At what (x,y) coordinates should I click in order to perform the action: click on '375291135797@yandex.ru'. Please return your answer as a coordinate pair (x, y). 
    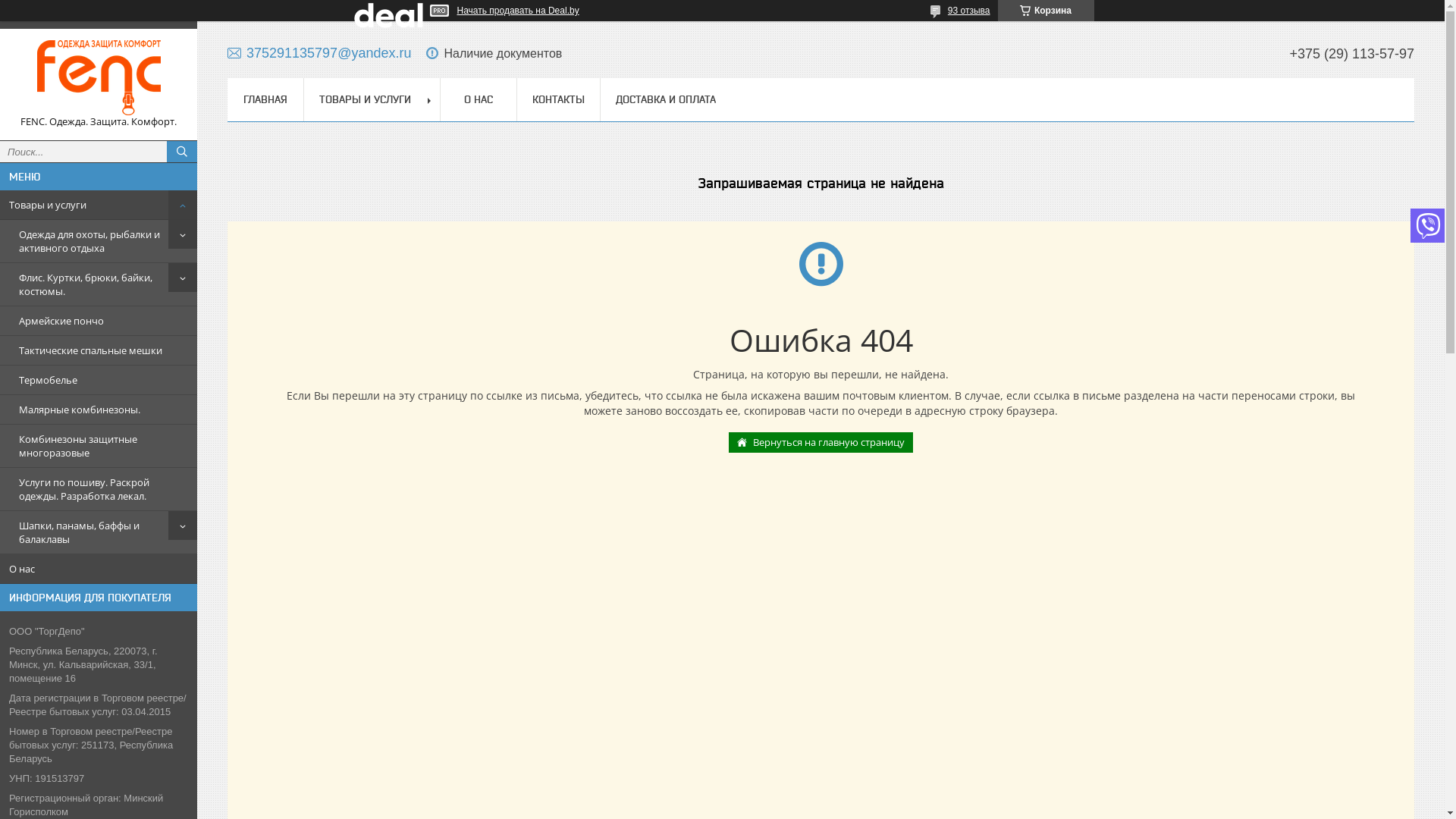
    Looking at the image, I should click on (318, 52).